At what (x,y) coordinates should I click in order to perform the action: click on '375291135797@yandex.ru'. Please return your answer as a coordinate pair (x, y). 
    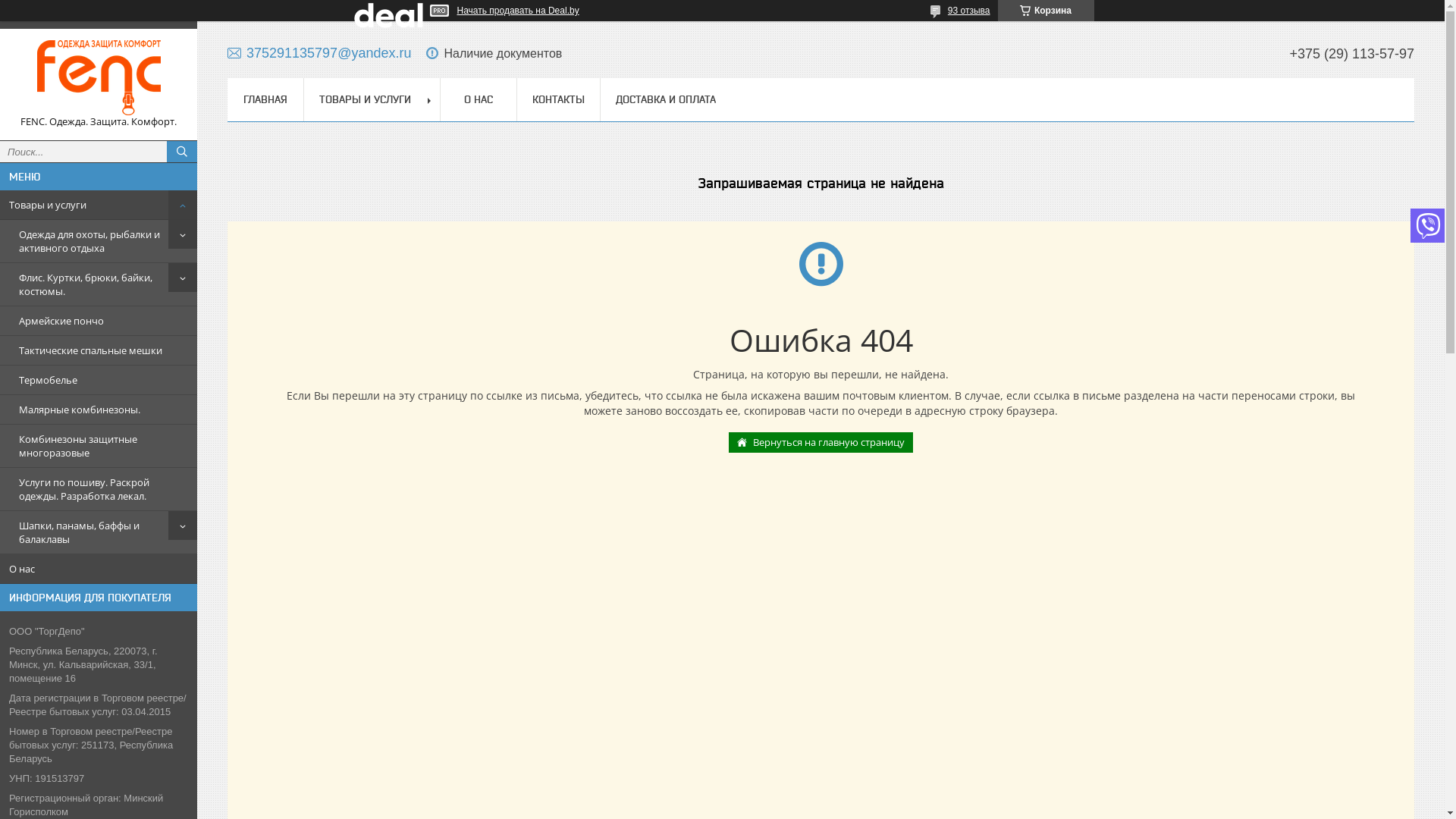
    Looking at the image, I should click on (318, 52).